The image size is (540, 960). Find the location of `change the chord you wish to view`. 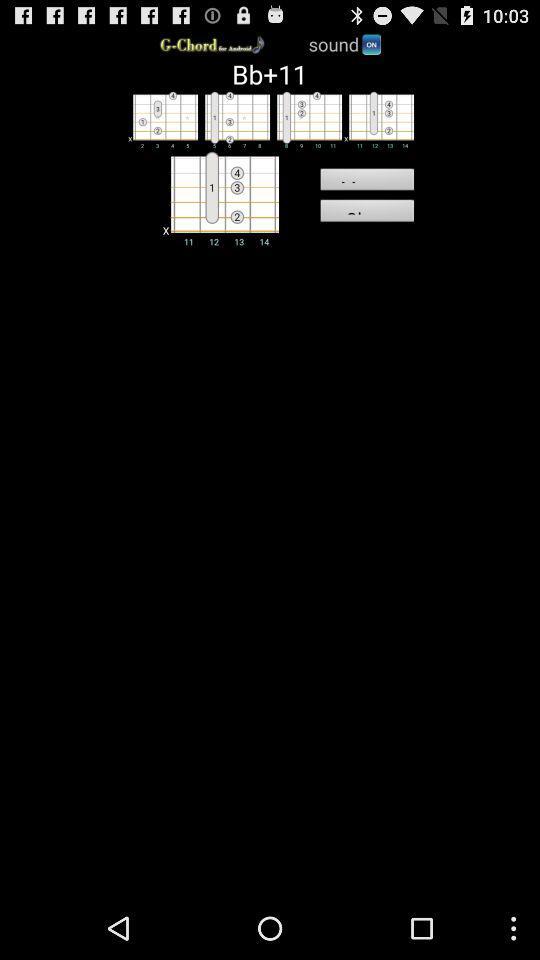

change the chord you wish to view is located at coordinates (378, 119).